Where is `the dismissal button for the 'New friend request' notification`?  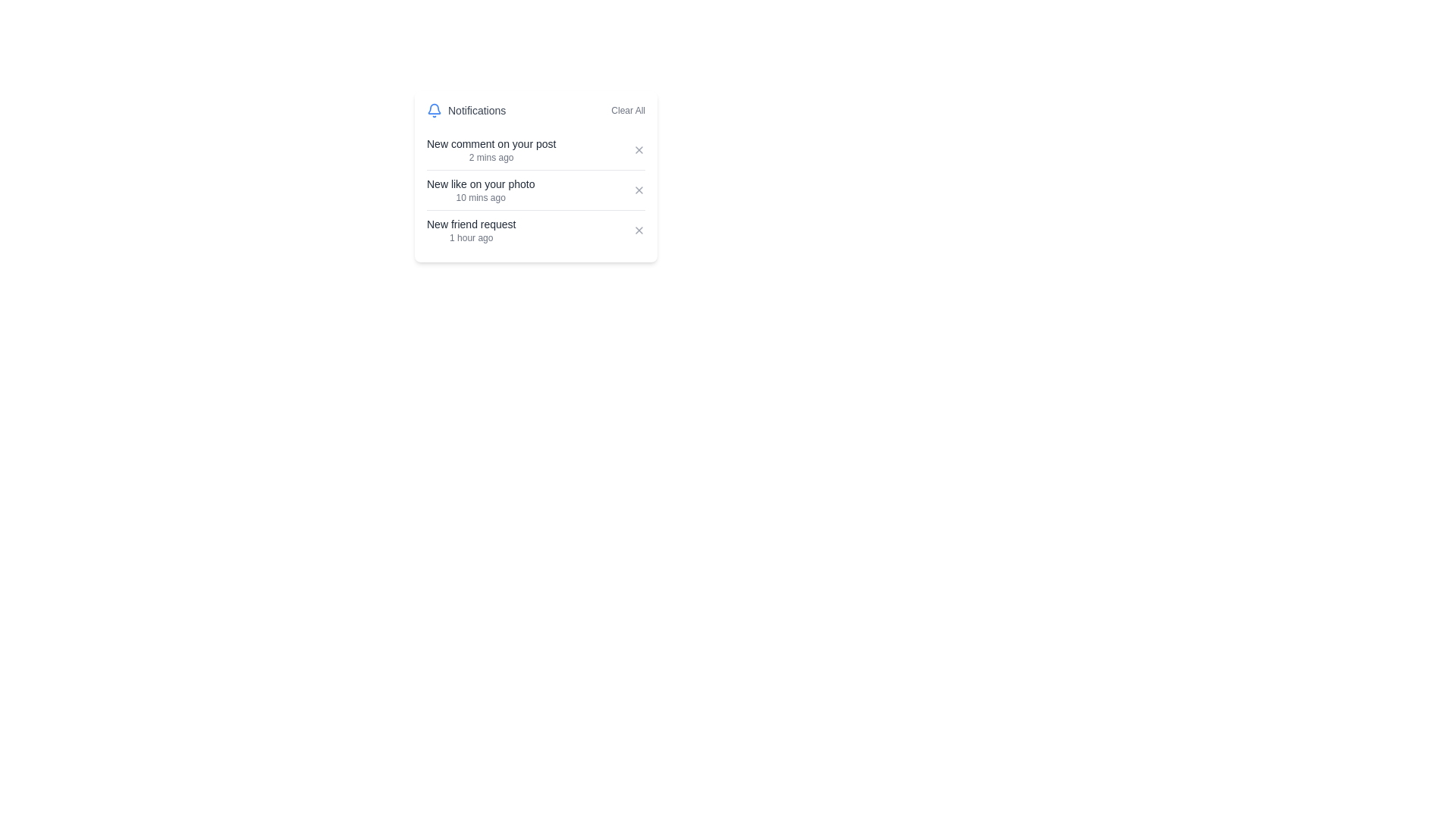 the dismissal button for the 'New friend request' notification is located at coordinates (639, 231).